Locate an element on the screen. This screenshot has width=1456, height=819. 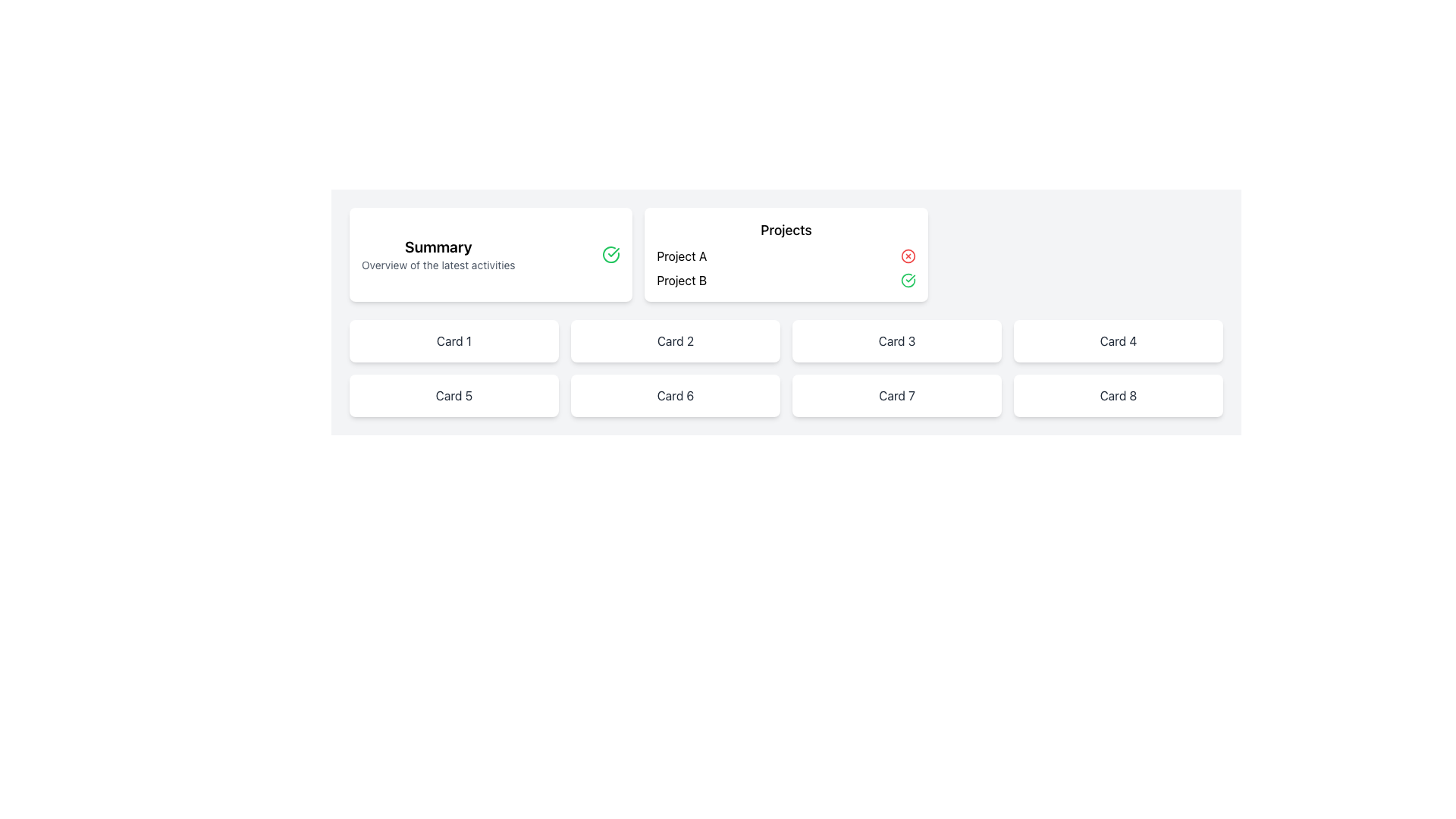
text label located in the seventh card of the grid layout, specifically in the second row and third column, for identification purposes is located at coordinates (896, 394).